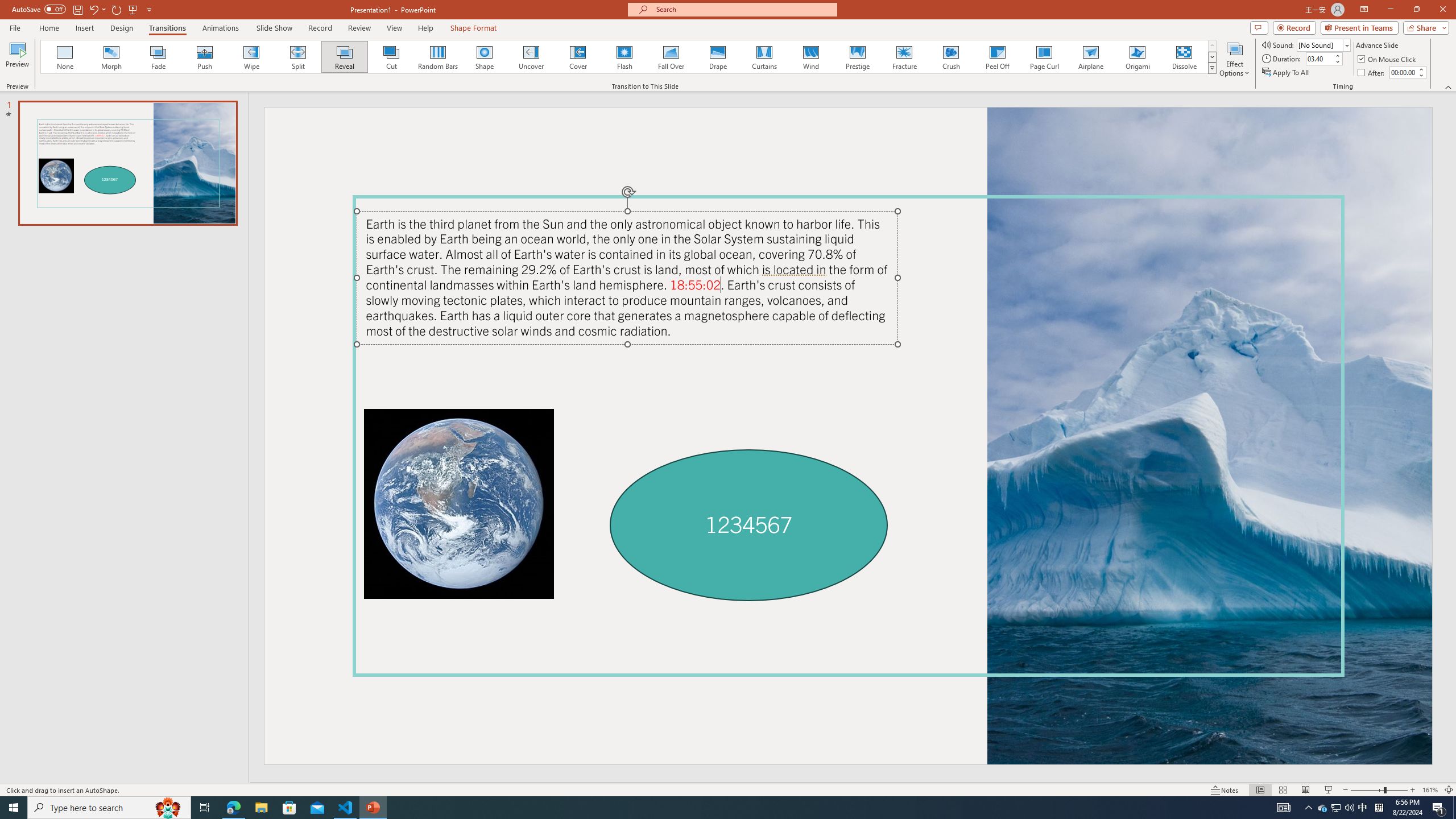  I want to click on 'None', so click(65, 56).